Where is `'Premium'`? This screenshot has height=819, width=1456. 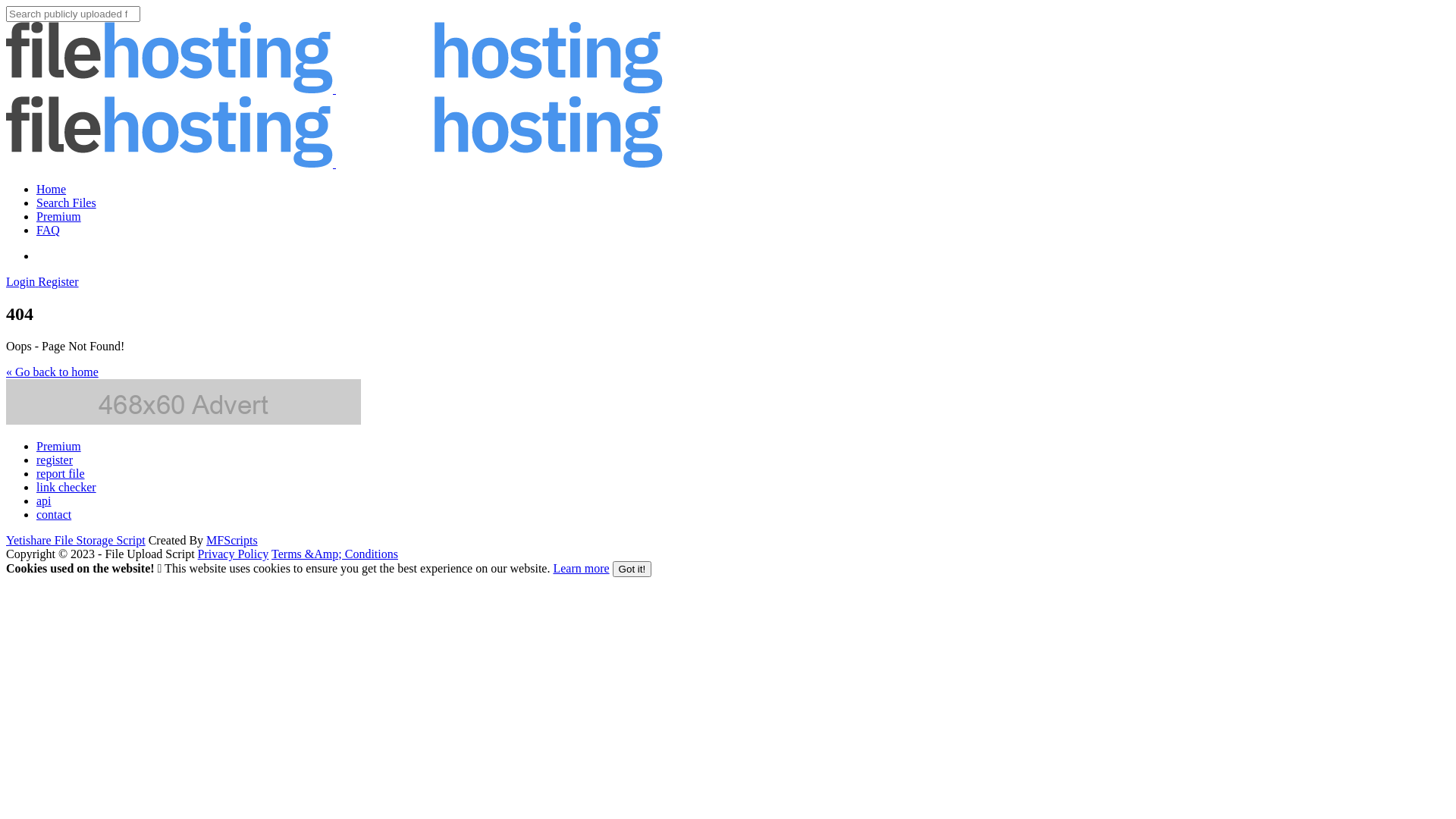
'Premium' is located at coordinates (58, 445).